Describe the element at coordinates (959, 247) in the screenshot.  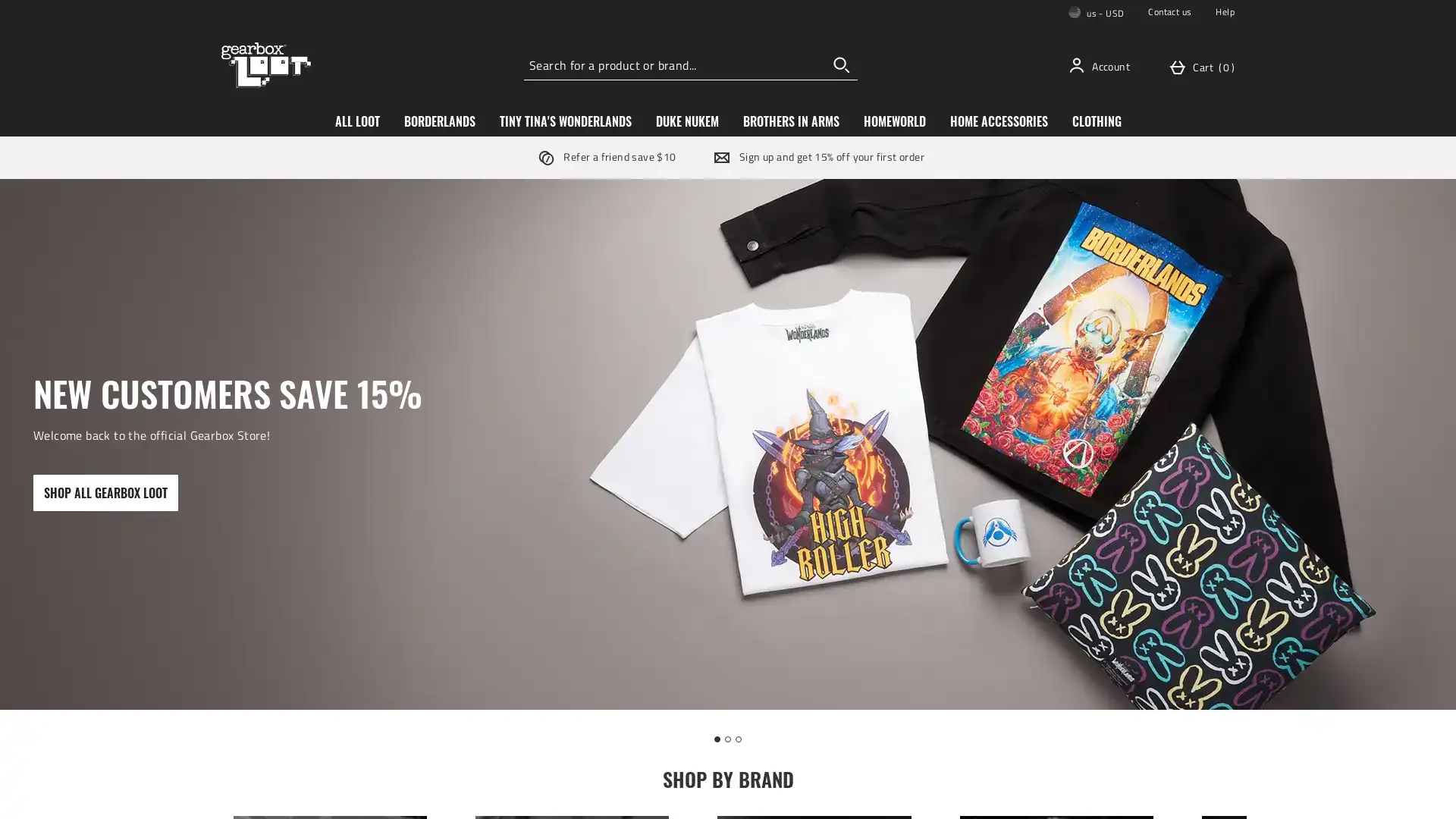
I see `Close` at that location.